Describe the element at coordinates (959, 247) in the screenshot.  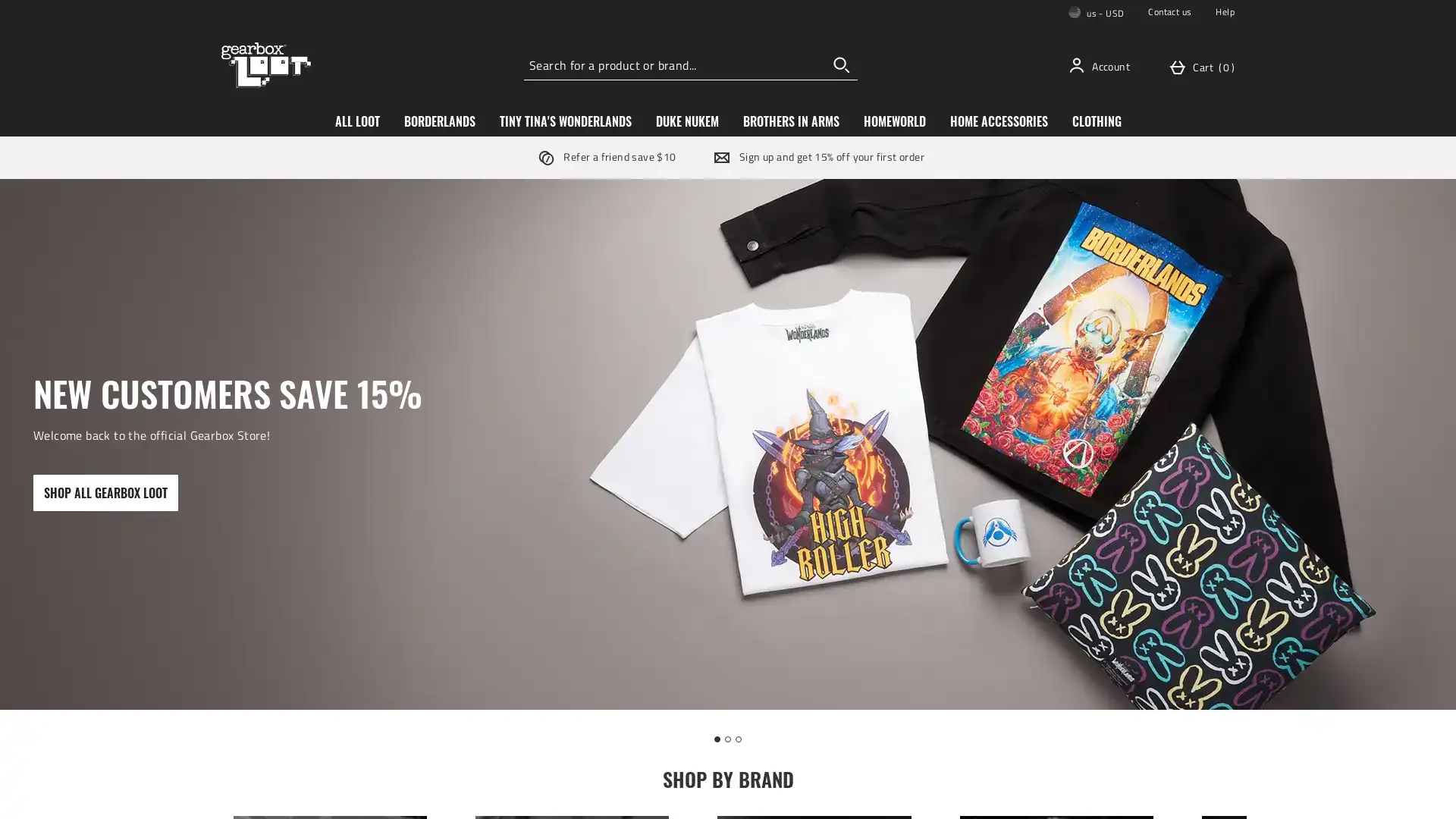
I see `Close` at that location.